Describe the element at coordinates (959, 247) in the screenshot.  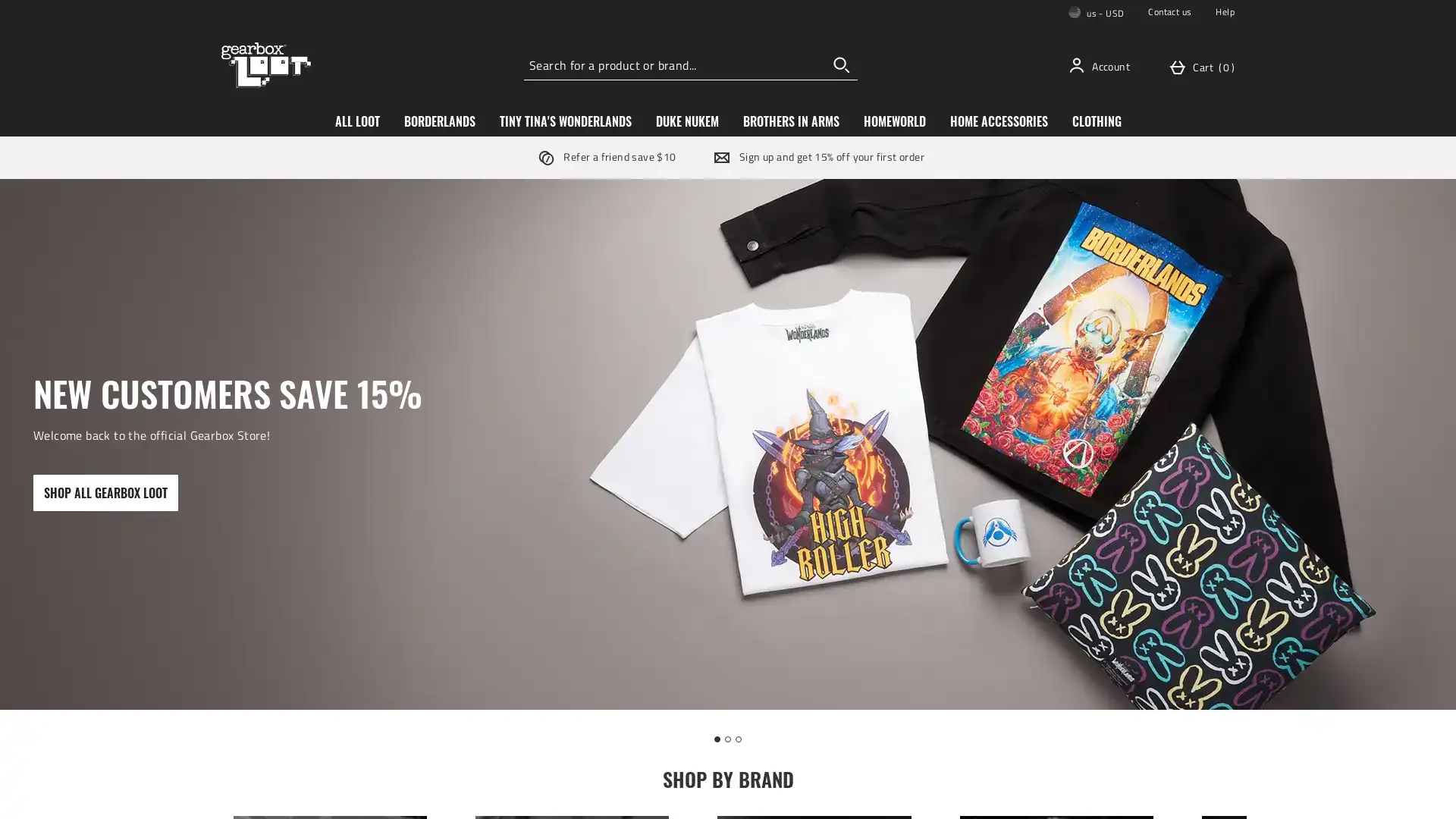
I see `Close` at that location.